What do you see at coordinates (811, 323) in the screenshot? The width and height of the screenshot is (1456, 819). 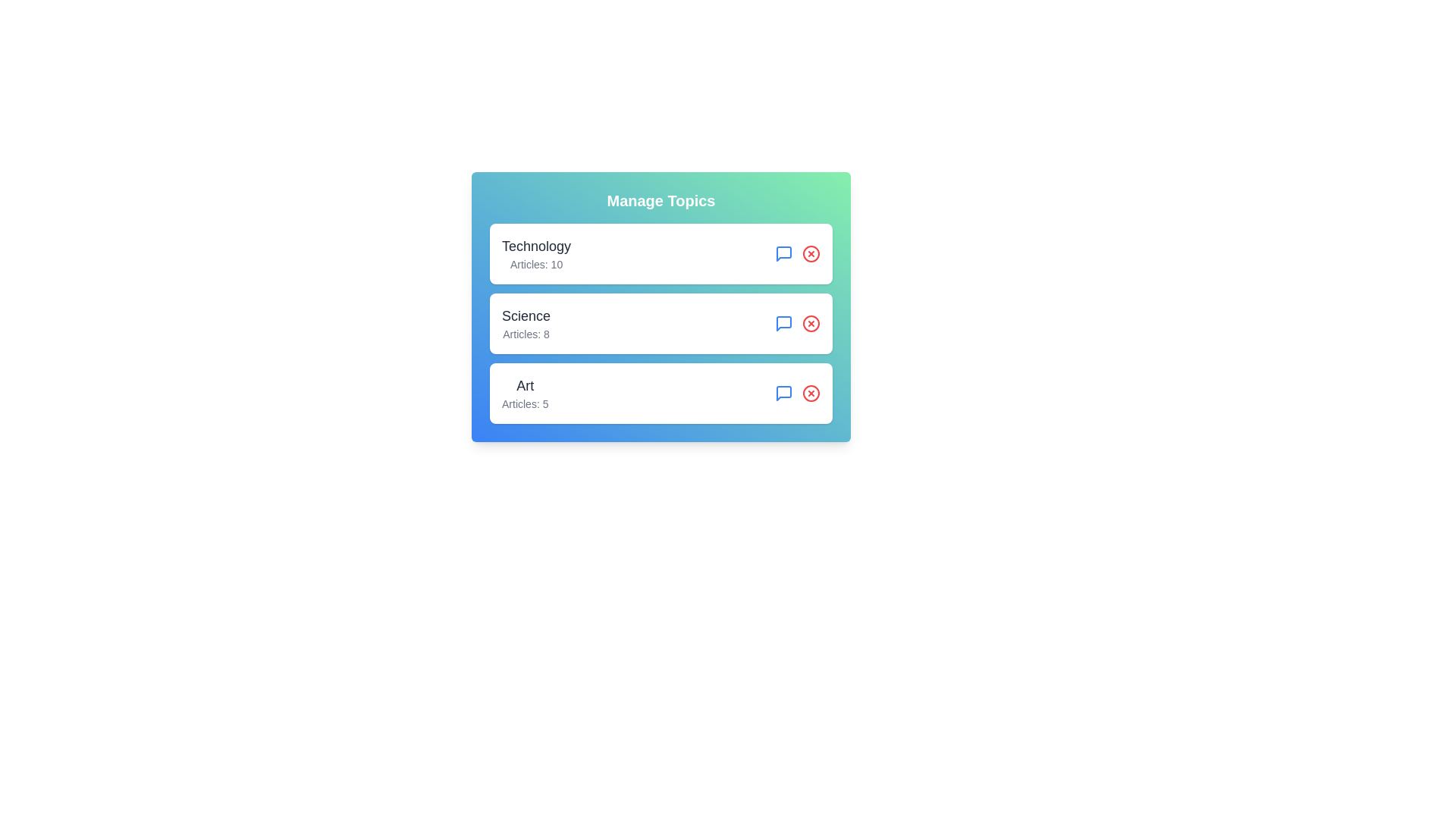 I see `the remove icon for the tag Science to delete it` at bounding box center [811, 323].